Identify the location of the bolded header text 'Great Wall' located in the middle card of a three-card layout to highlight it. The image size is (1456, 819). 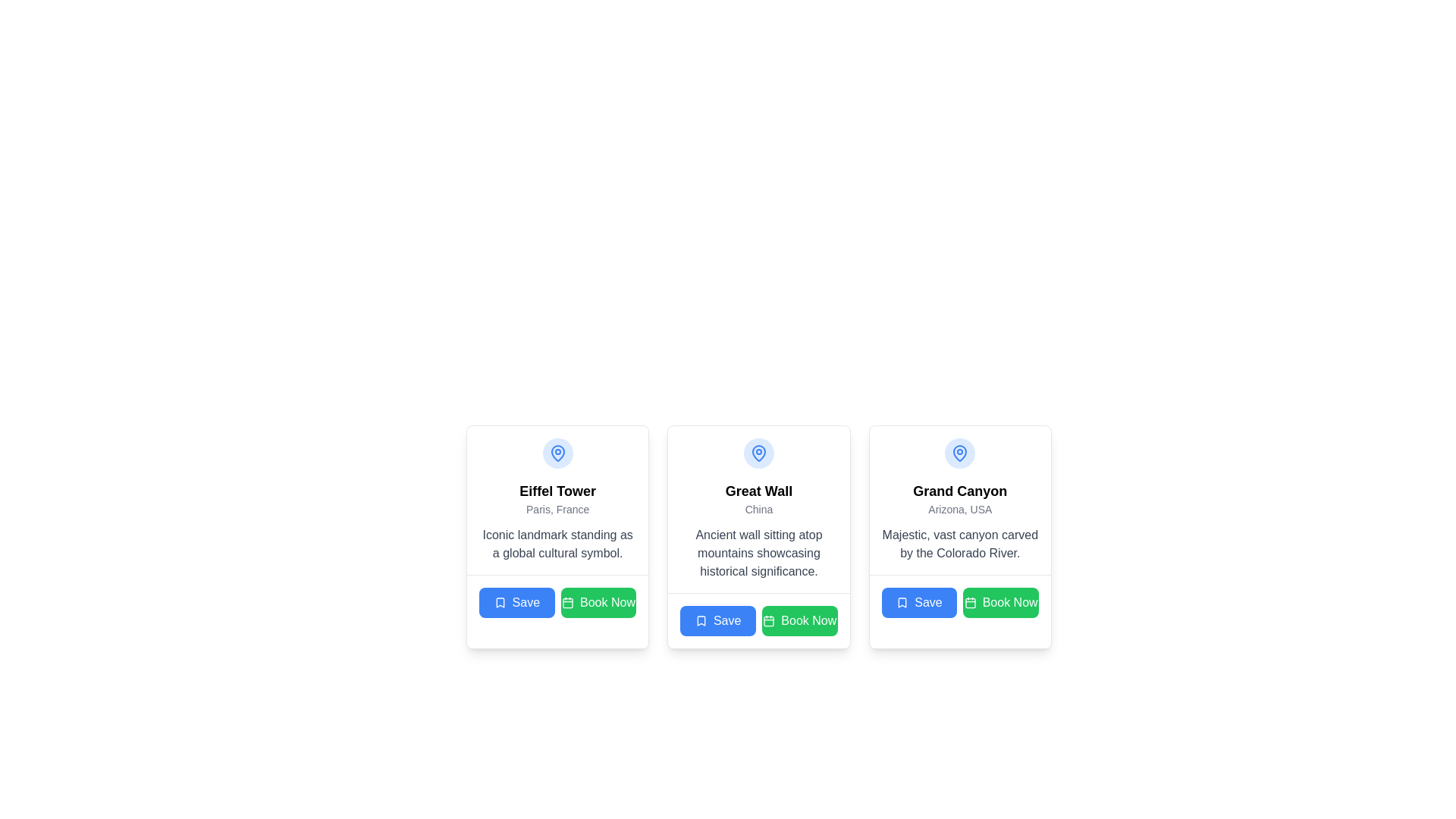
(758, 491).